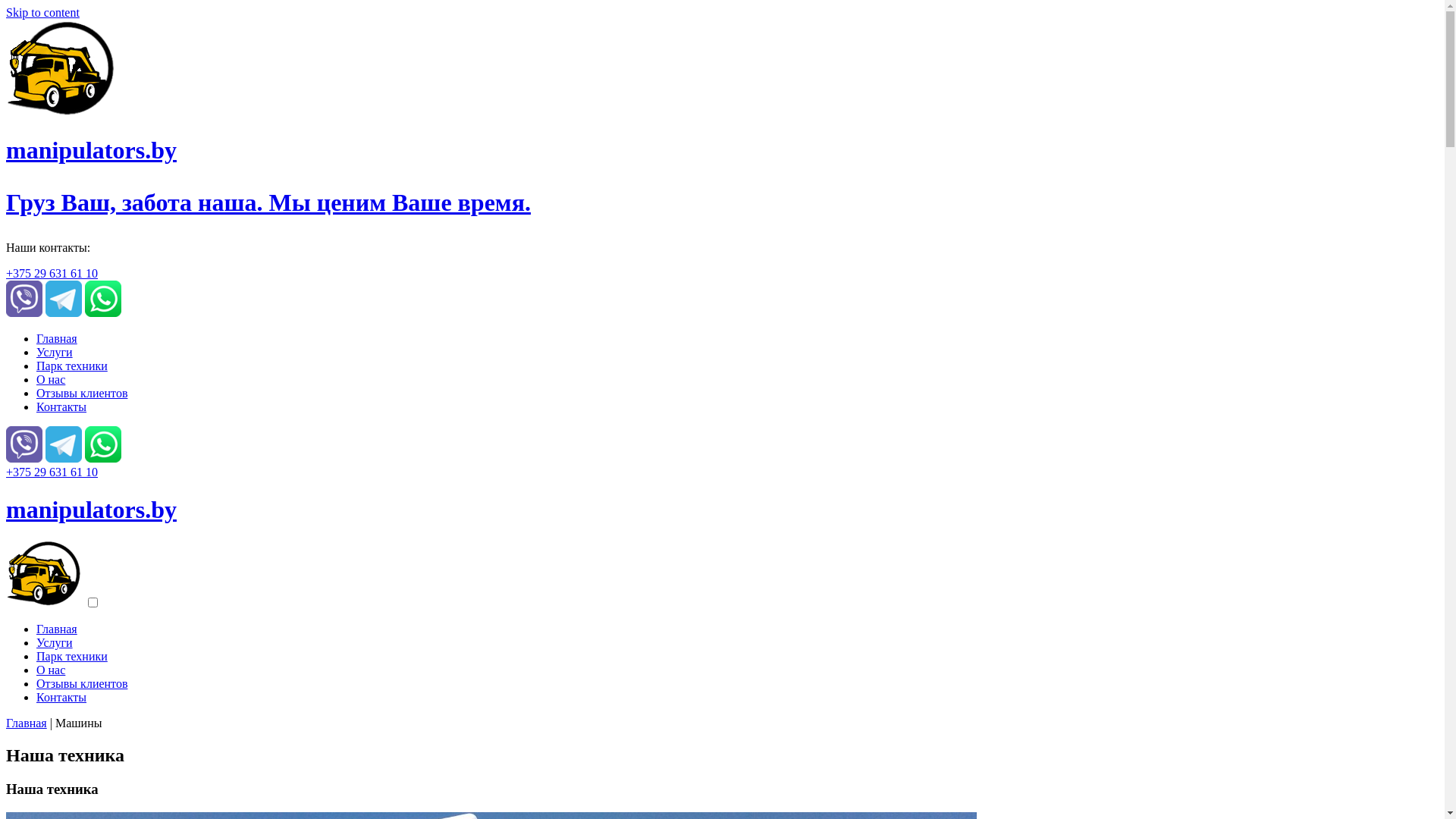  Describe the element at coordinates (42, 12) in the screenshot. I see `'Skip to content'` at that location.